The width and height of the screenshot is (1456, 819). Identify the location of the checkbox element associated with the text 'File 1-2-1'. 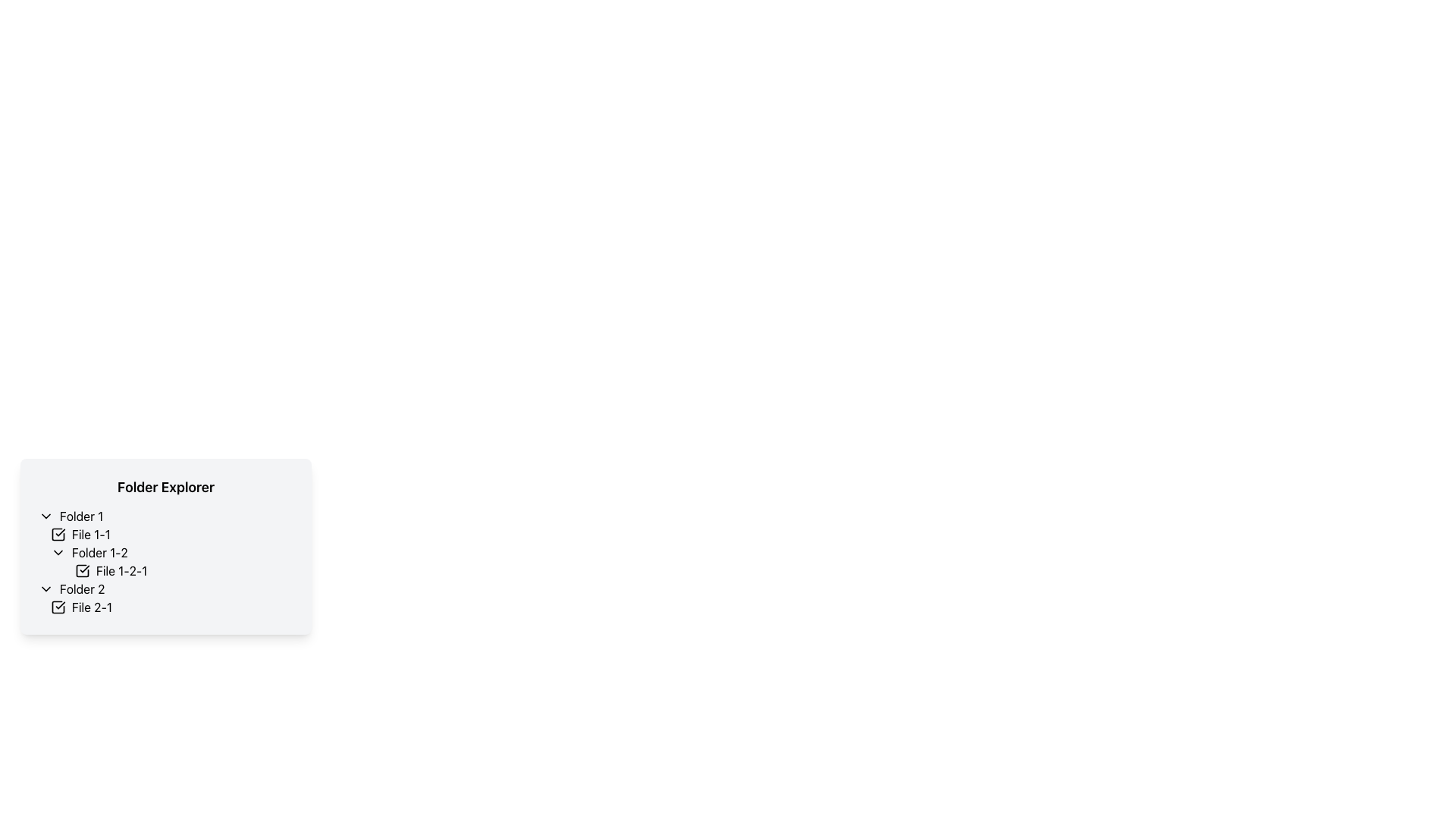
(82, 570).